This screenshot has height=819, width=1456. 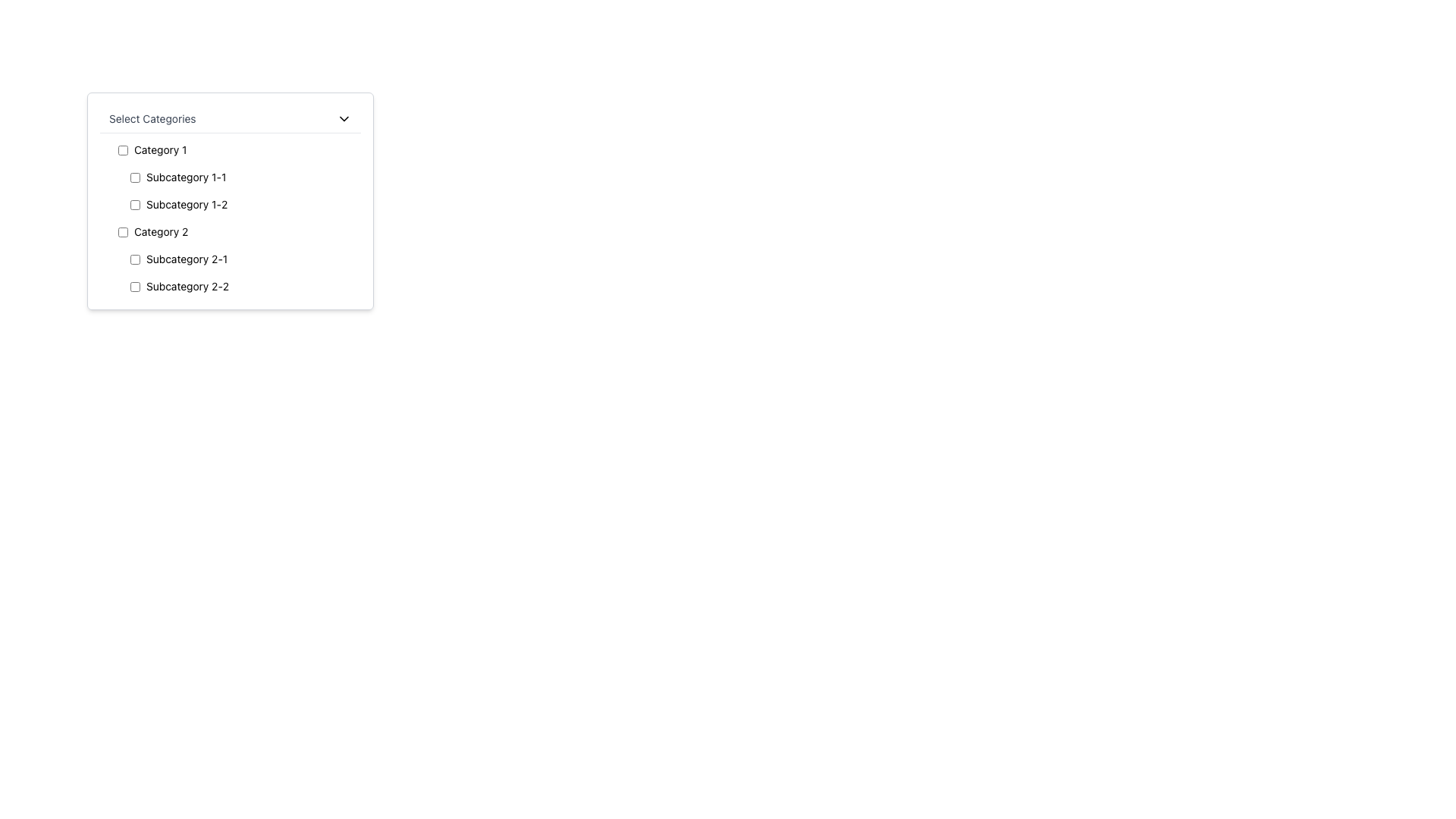 What do you see at coordinates (123, 231) in the screenshot?
I see `the checkbox` at bounding box center [123, 231].